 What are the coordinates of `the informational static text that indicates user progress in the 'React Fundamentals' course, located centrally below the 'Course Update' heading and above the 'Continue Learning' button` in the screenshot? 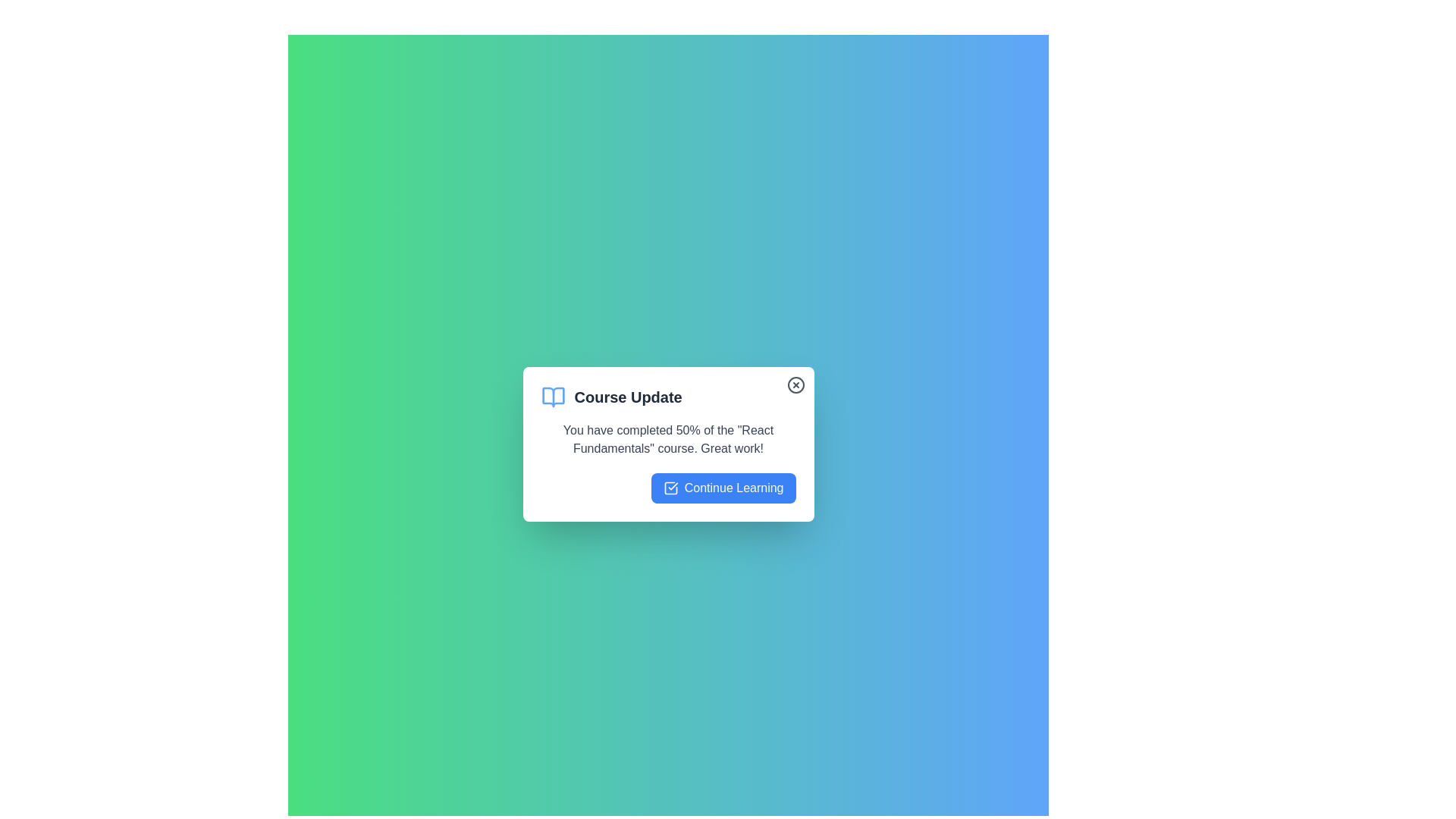 It's located at (667, 439).